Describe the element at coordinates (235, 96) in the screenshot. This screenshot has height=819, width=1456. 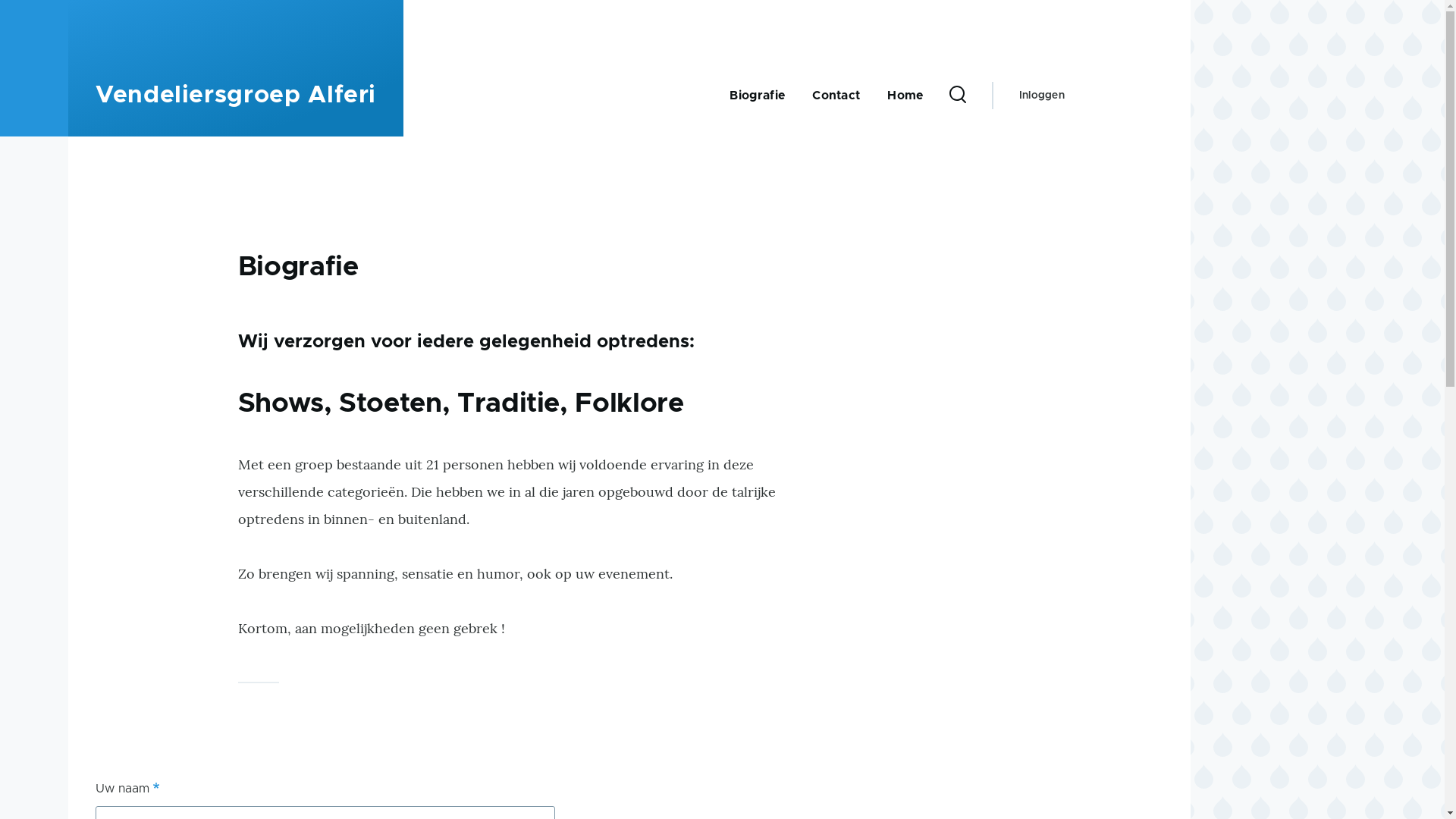
I see `'Vendeliersgroep Alferi'` at that location.